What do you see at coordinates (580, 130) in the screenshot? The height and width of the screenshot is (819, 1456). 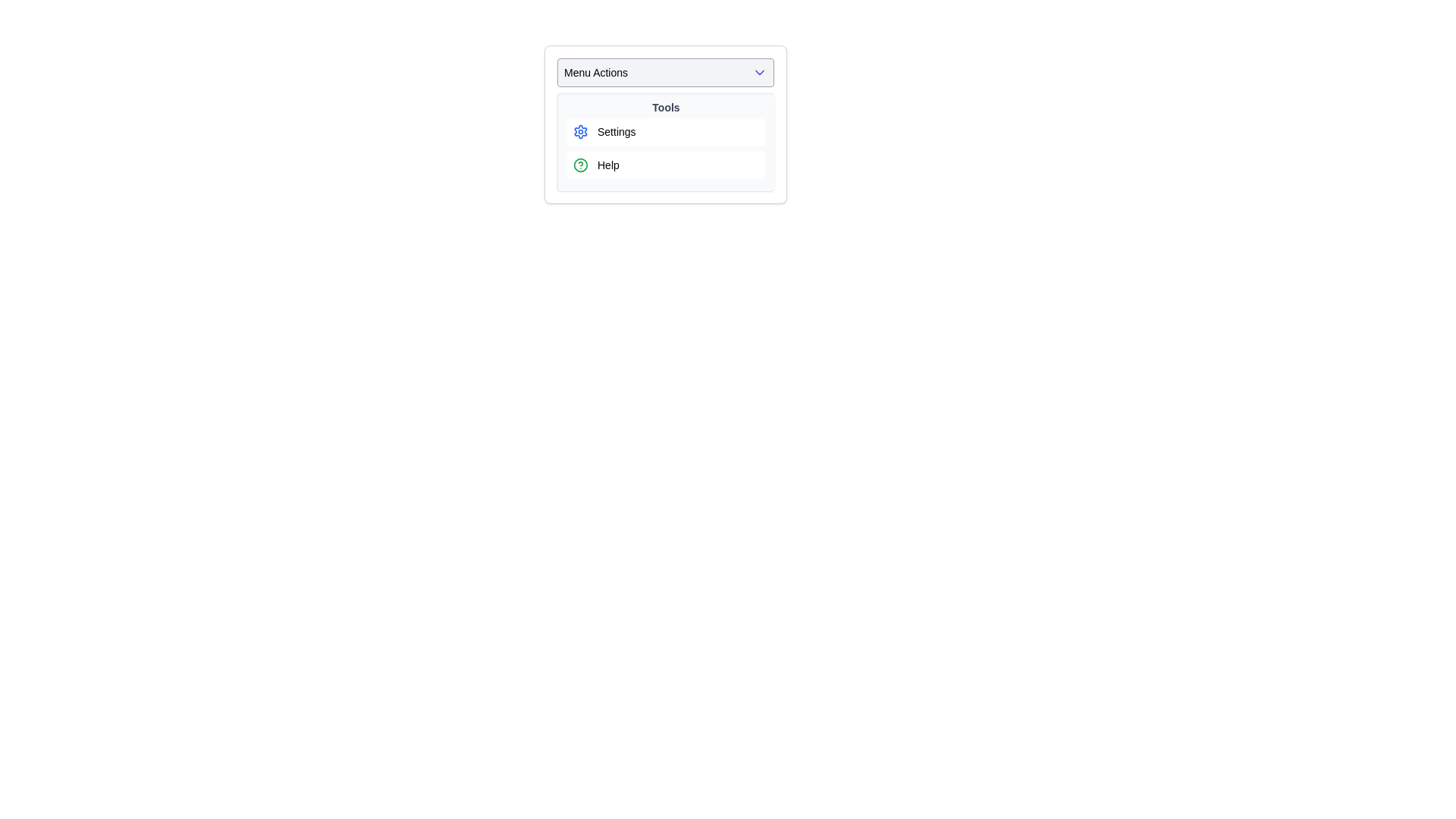 I see `the settings icon located in the dropdown menu under the 'Tools' section` at bounding box center [580, 130].